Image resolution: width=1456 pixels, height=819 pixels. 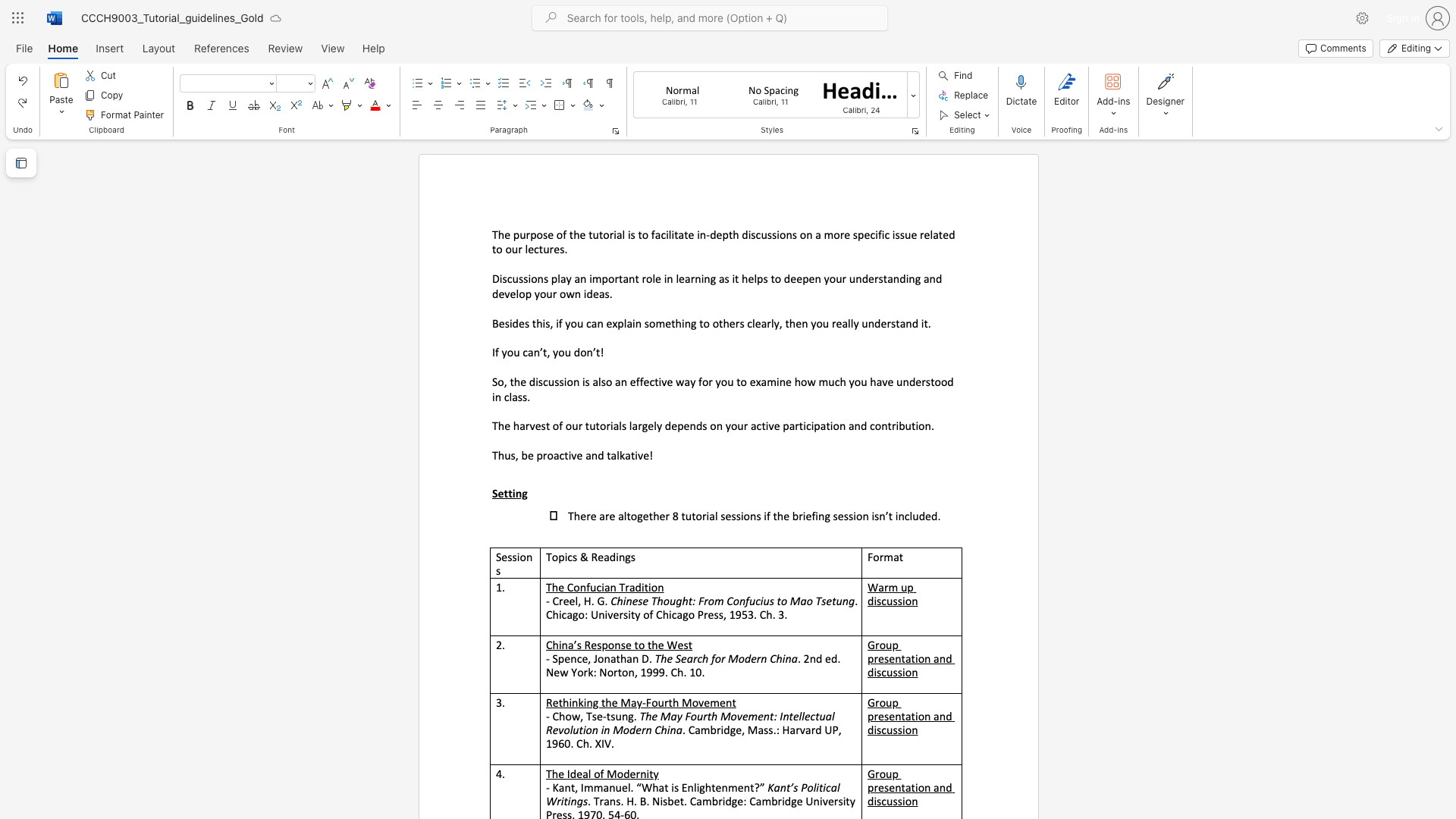 I want to click on the subset text "derni" within the text "The Ideal of Modernity", so click(x=623, y=773).